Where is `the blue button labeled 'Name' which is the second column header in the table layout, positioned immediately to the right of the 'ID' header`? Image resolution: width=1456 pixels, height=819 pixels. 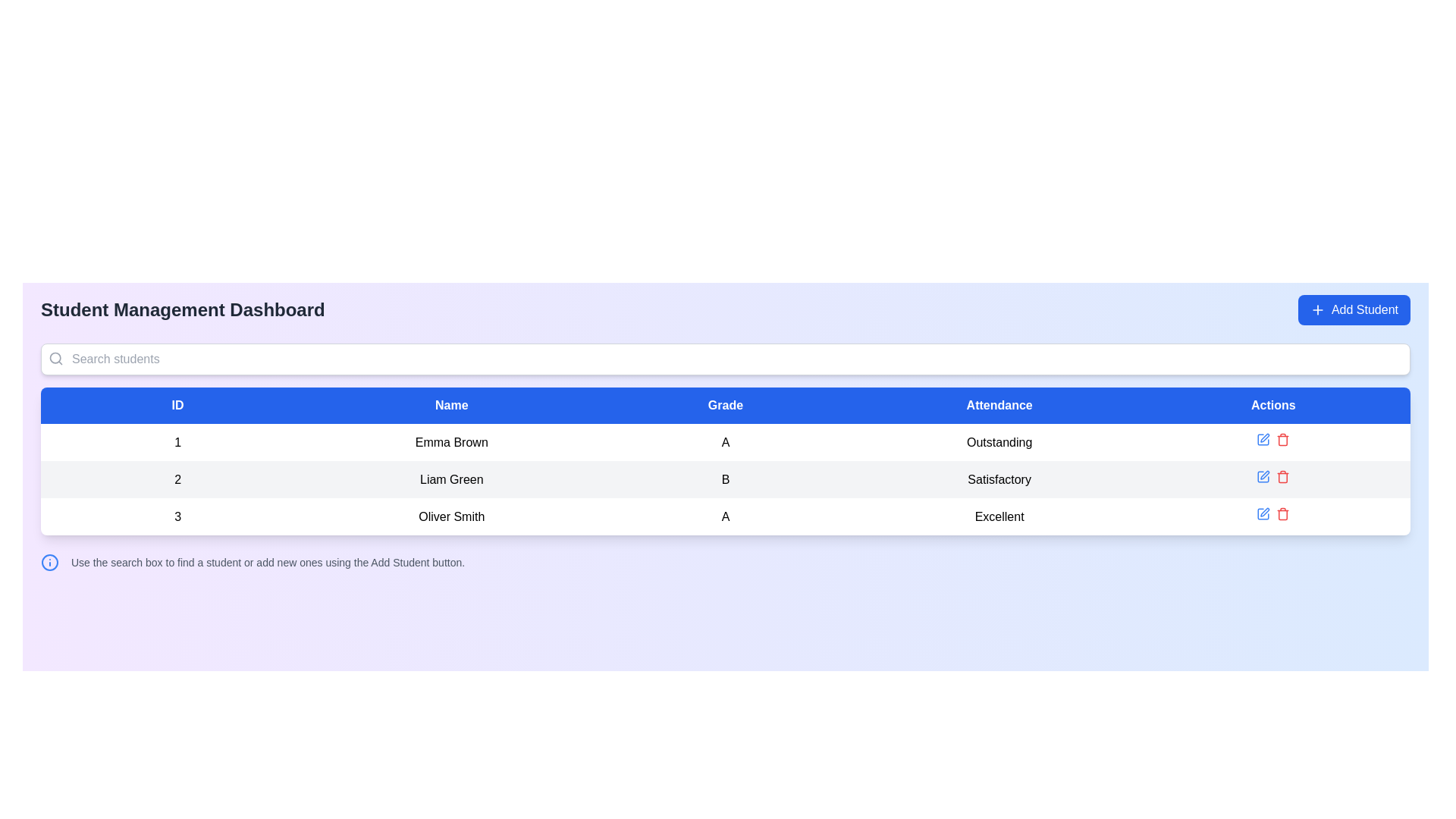
the blue button labeled 'Name' which is the second column header in the table layout, positioned immediately to the right of the 'ID' header is located at coordinates (450, 405).